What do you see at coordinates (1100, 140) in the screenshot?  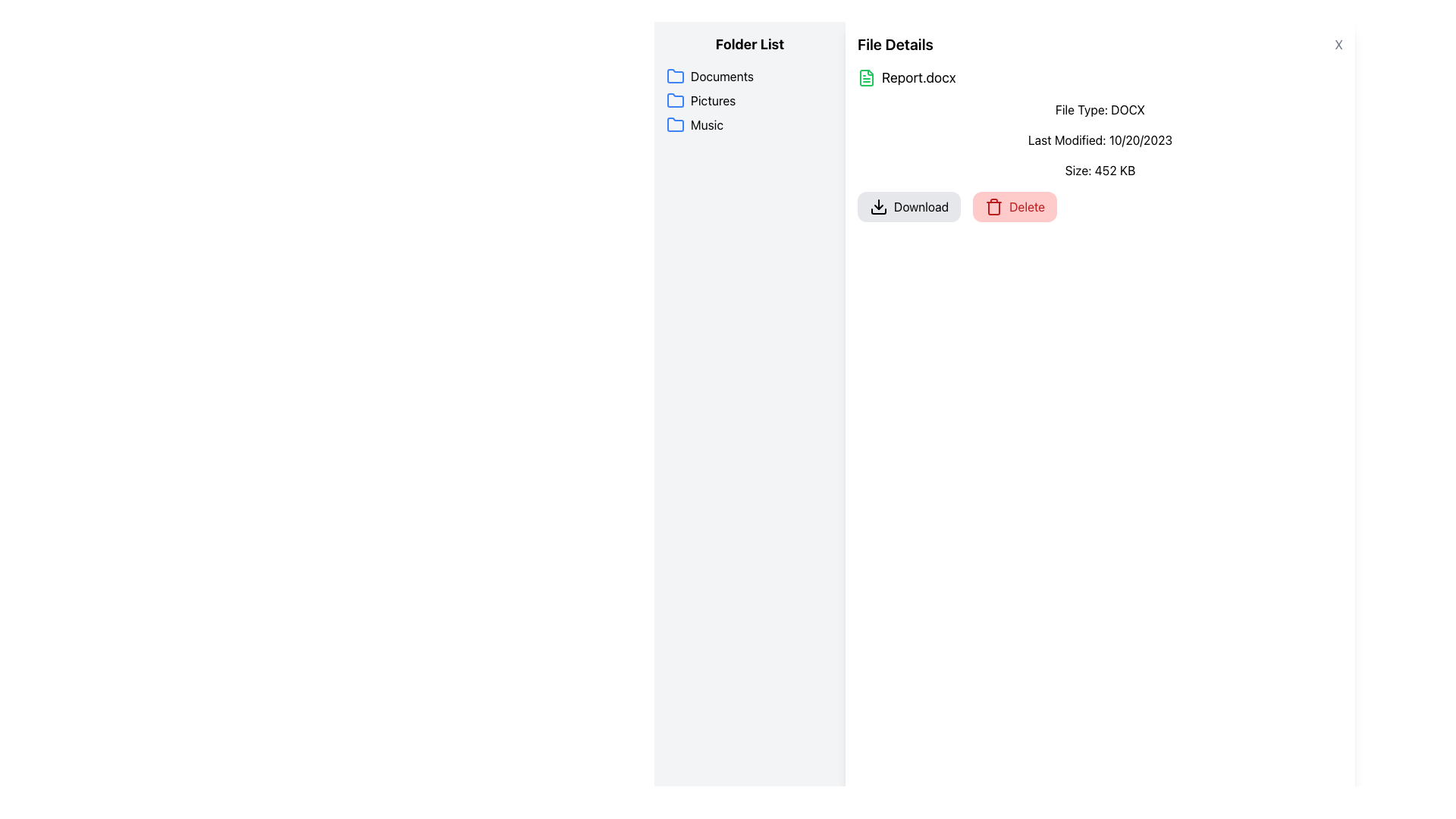 I see `the static text label displaying 'Last Modified: 10/20/2023' located in the 'File Details' information card` at bounding box center [1100, 140].